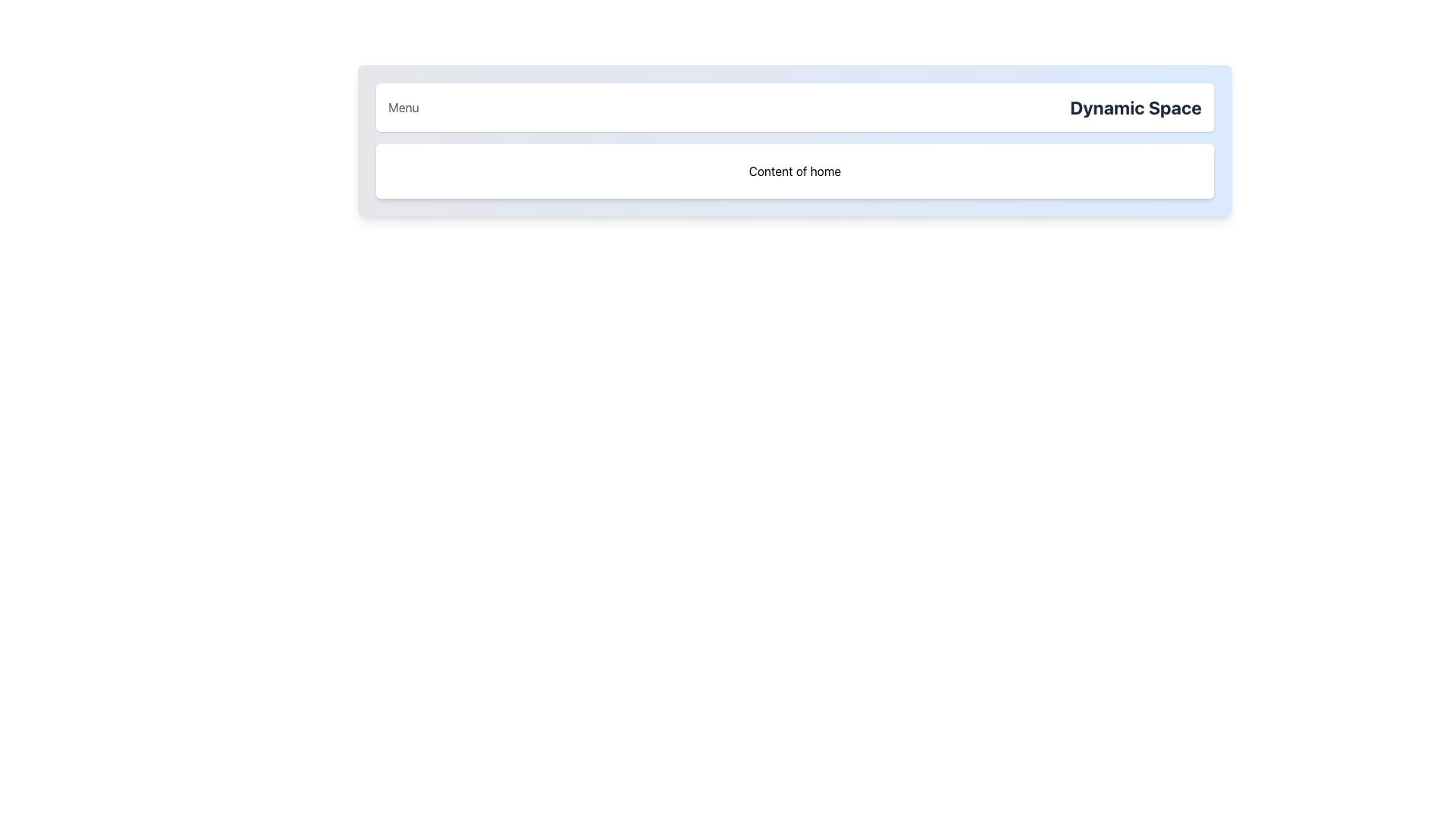 The width and height of the screenshot is (1456, 819). What do you see at coordinates (403, 107) in the screenshot?
I see `the 'Menu' text label on the left side of the header bar` at bounding box center [403, 107].